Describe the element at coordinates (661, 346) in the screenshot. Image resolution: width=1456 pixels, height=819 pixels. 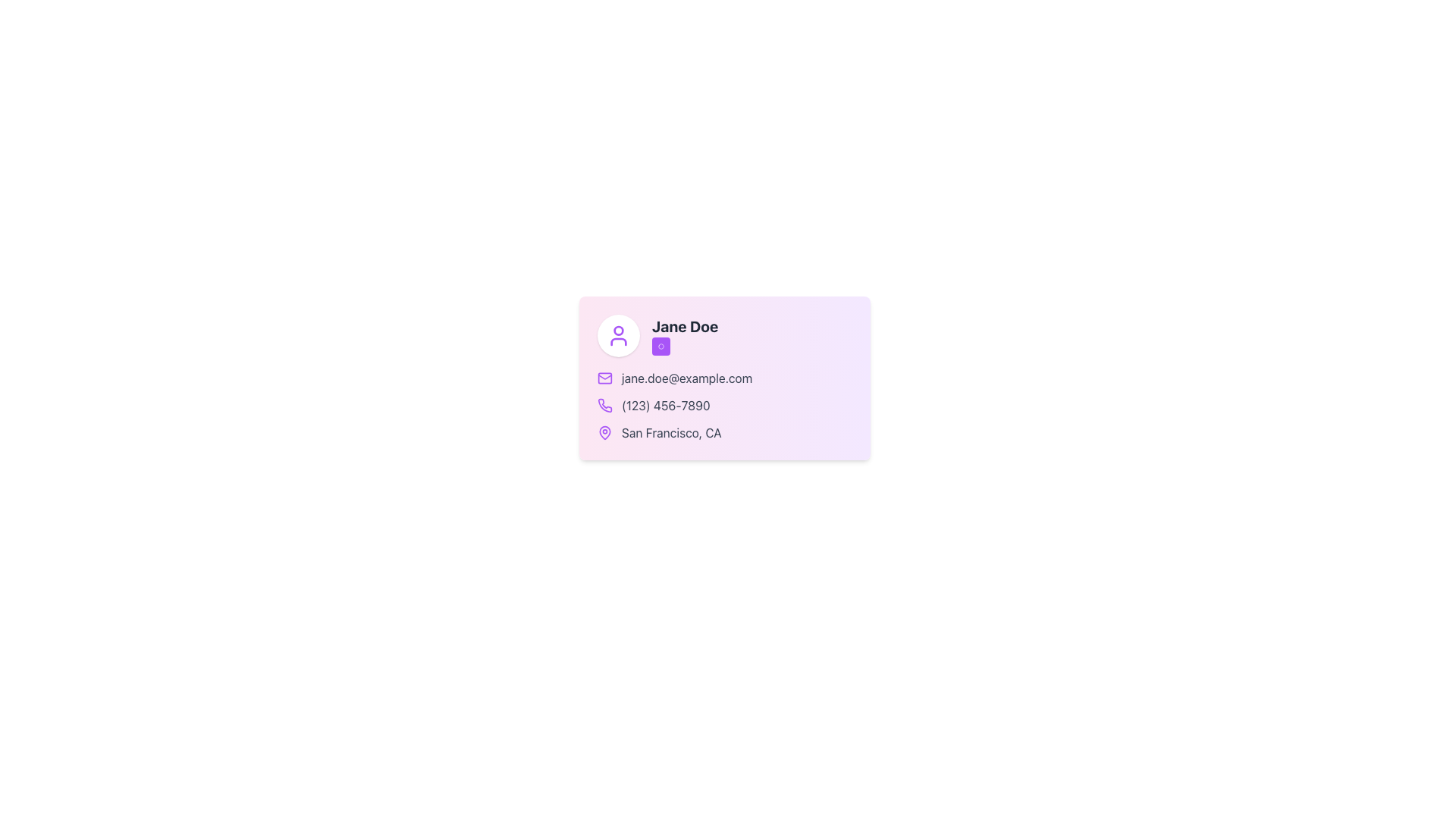
I see `the 'Active' status badge located to the right of 'Jane Doe' in the contact information card` at that location.